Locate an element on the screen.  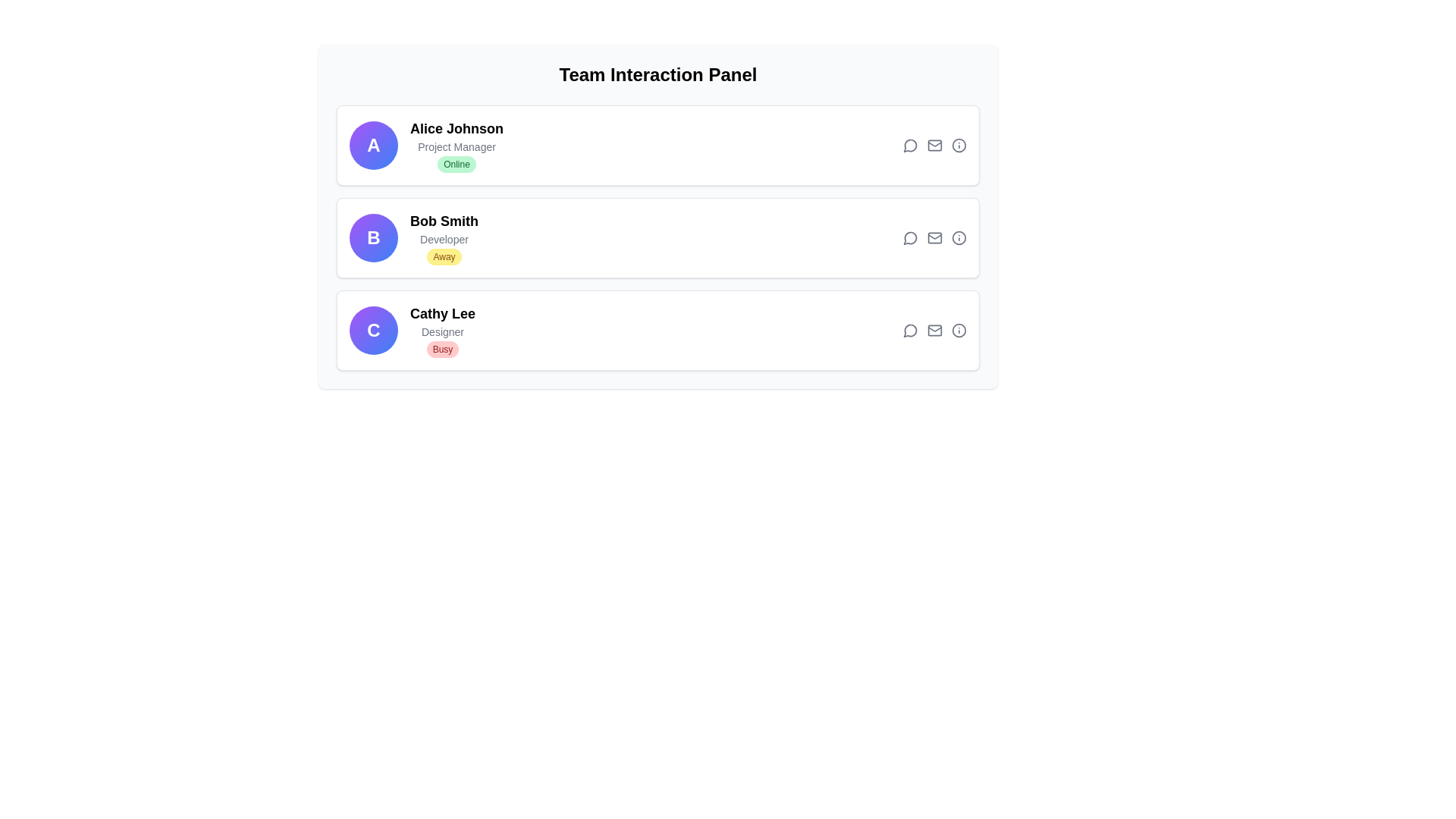
the bold text label displaying 'Bob Smith' in the 'Team Interaction Panel', which is located between 'Alice Johnson' and 'Cathy Lee' is located at coordinates (443, 221).